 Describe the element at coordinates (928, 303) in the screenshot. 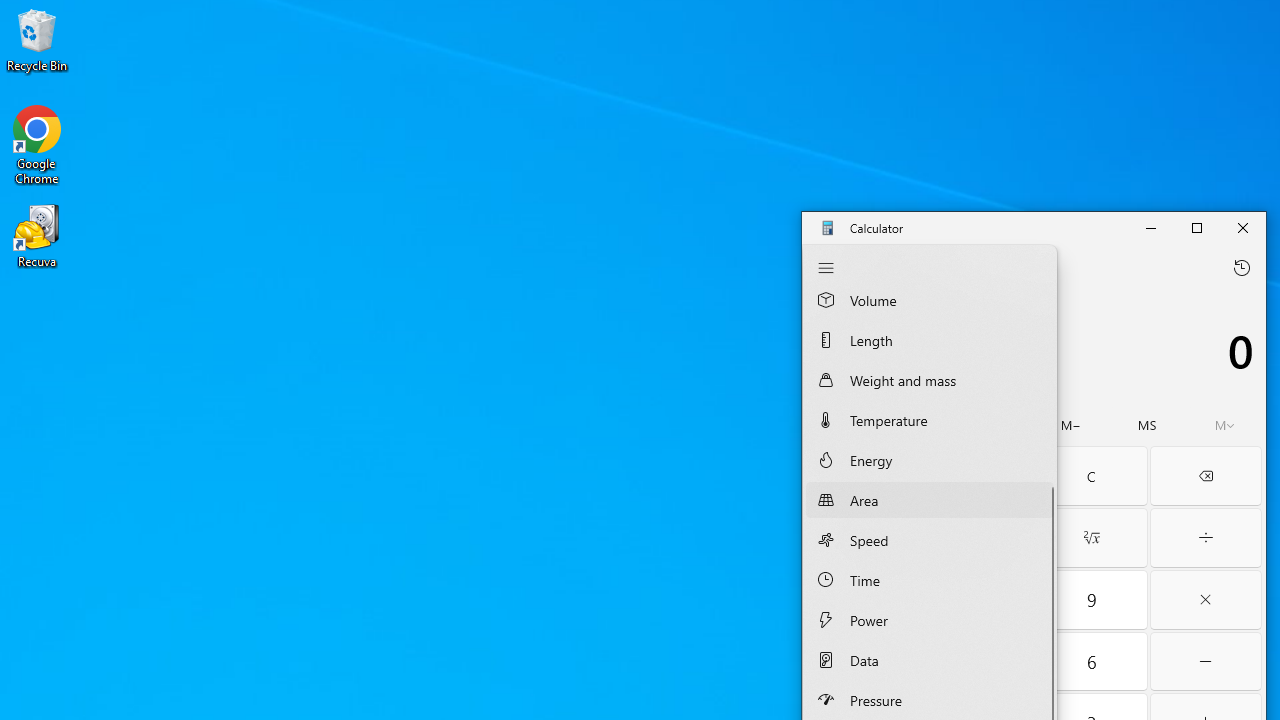

I see `'Volume Converter'` at that location.